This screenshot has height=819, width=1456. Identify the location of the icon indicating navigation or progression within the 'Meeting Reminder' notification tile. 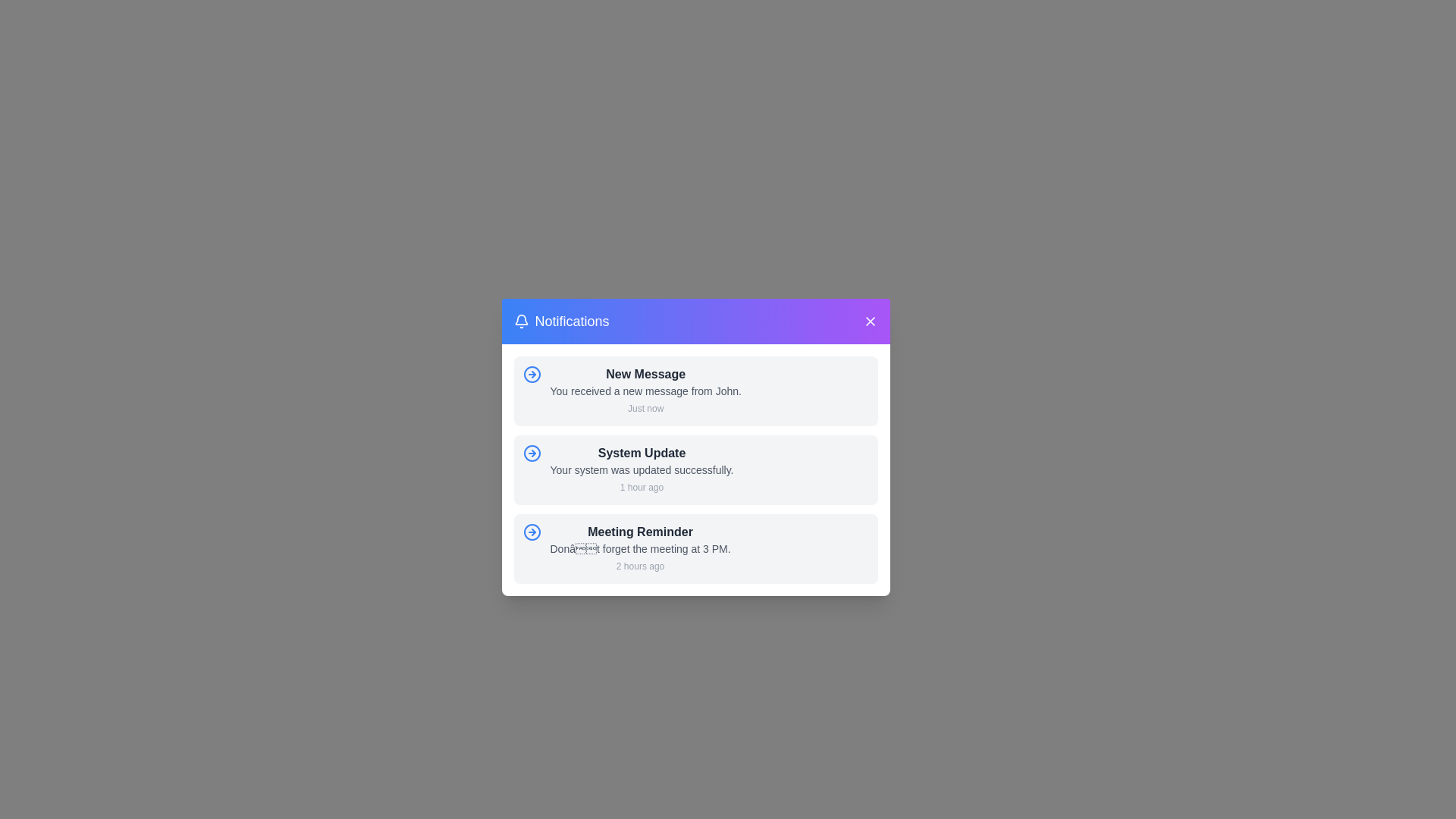
(532, 532).